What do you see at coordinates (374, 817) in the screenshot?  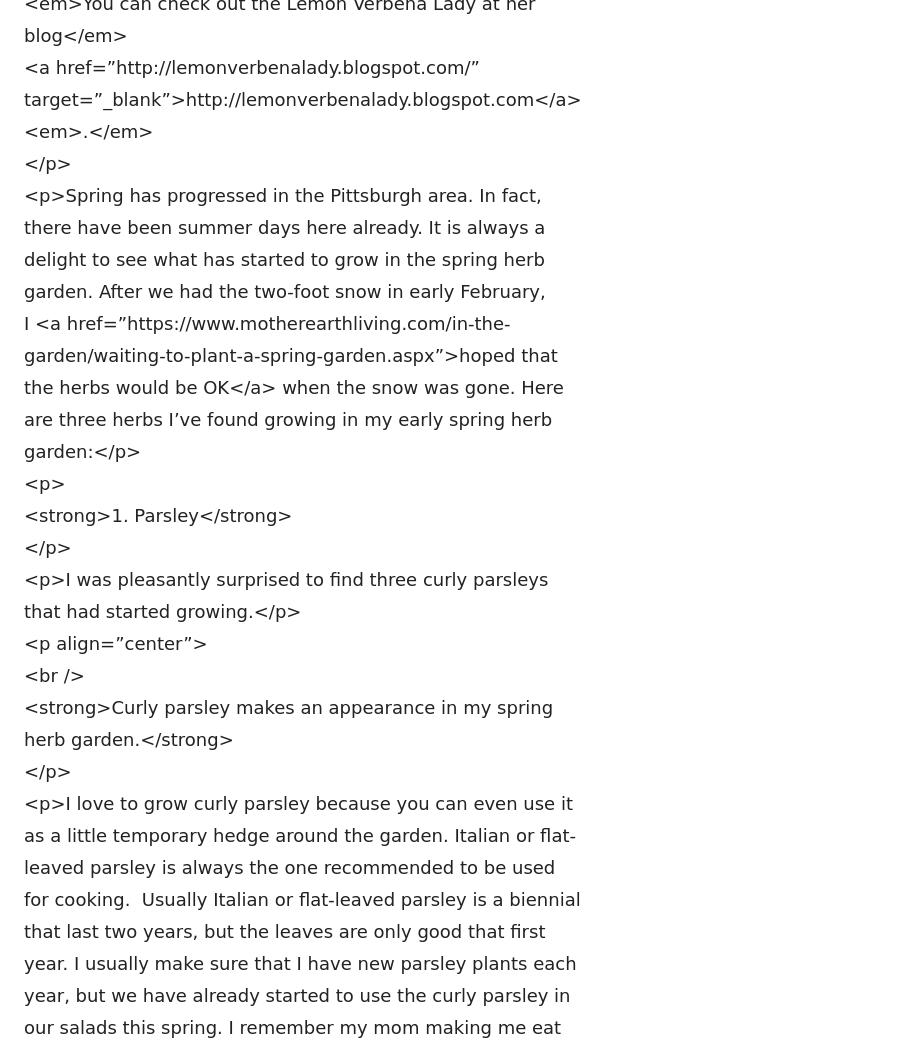 I see `'1-800-456-6018'` at bounding box center [374, 817].